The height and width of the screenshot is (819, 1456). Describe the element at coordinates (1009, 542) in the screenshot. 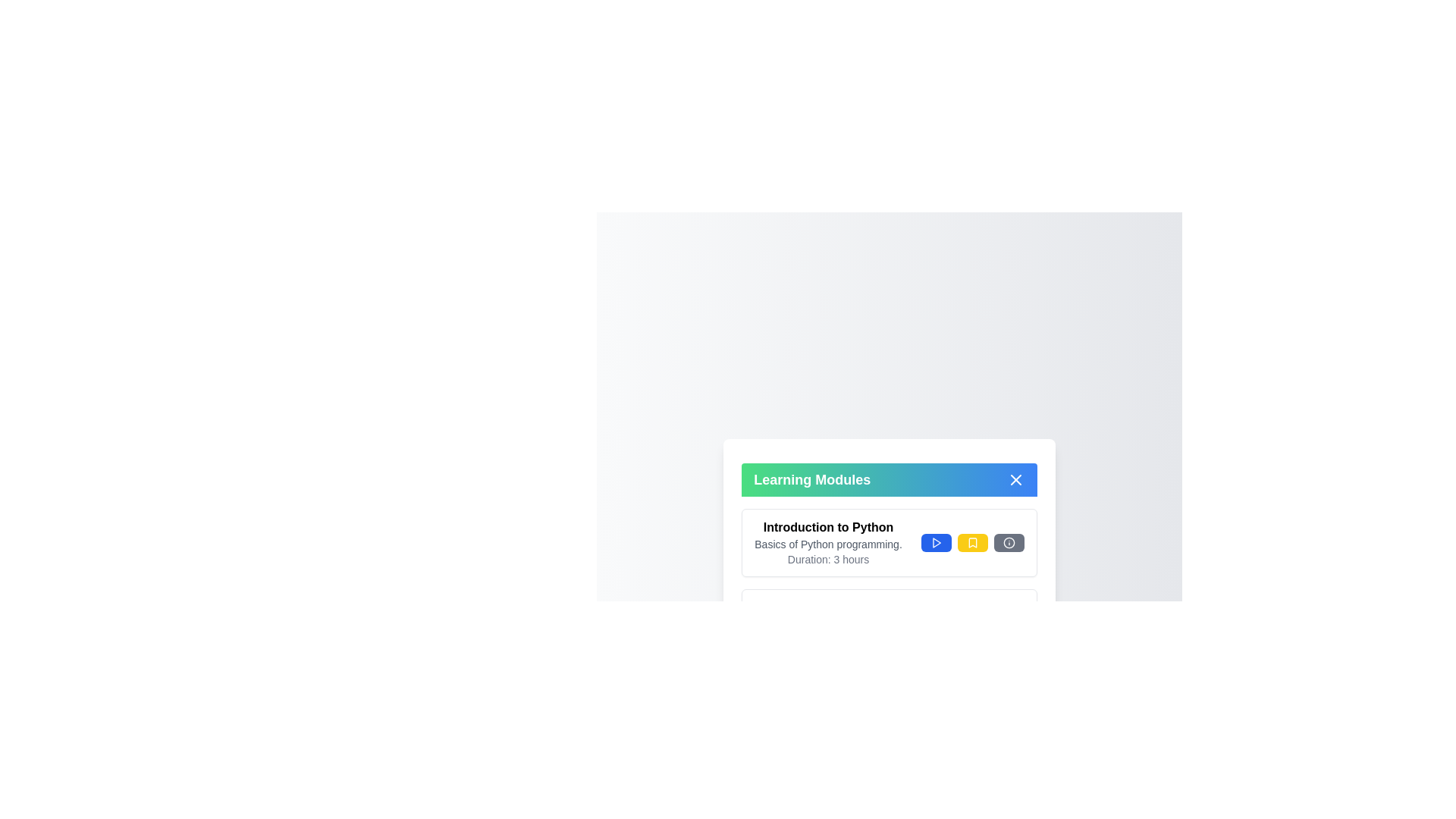

I see `the 'Info' button for the module titled 'Introduction to Python'` at that location.